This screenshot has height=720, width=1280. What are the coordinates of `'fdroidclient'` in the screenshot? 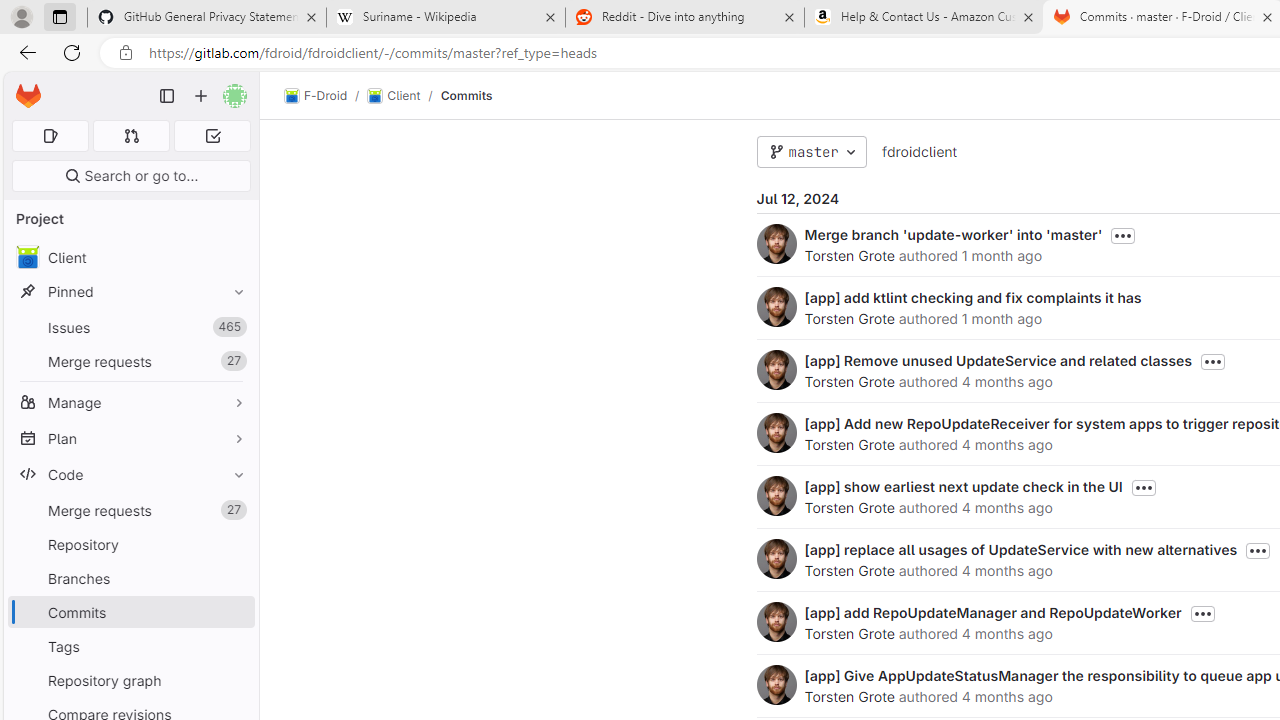 It's located at (918, 150).